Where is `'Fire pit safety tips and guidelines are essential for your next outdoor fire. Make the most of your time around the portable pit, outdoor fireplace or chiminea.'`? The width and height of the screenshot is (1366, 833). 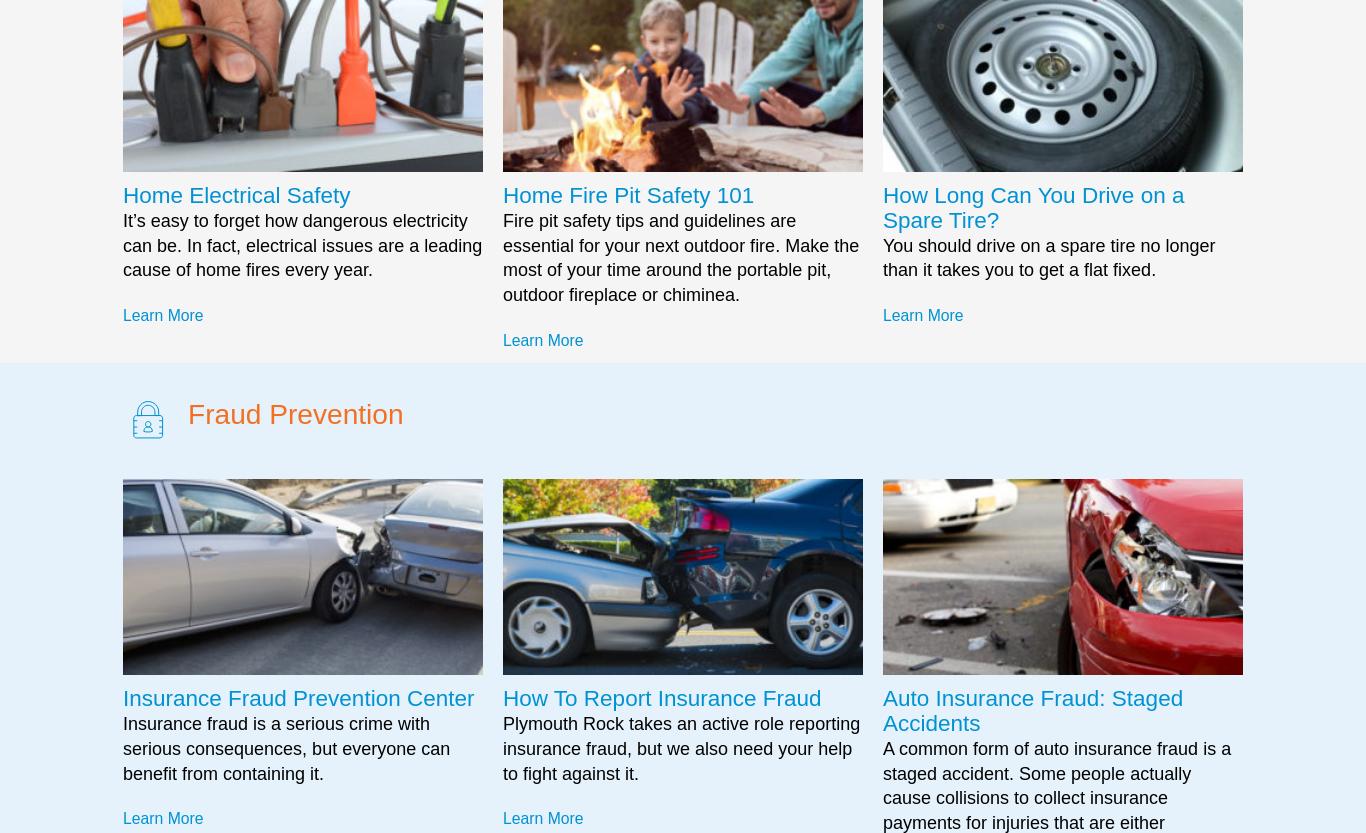 'Fire pit safety tips and guidelines are essential for your next outdoor fire. Make the most of your time around the portable pit, outdoor fireplace or chiminea.' is located at coordinates (679, 257).